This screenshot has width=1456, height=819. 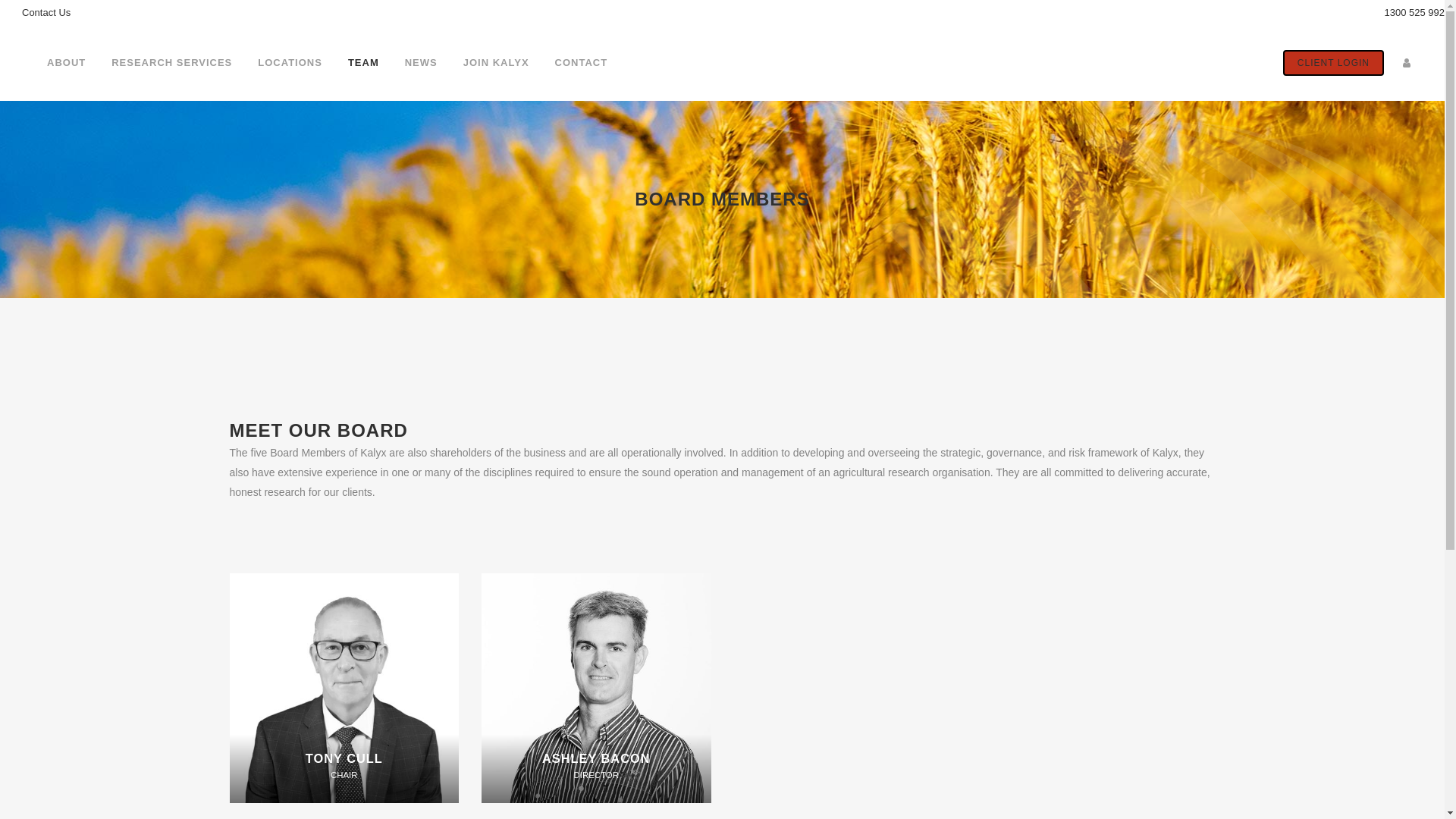 I want to click on 'RESEARCH SERVICES', so click(x=97, y=62).